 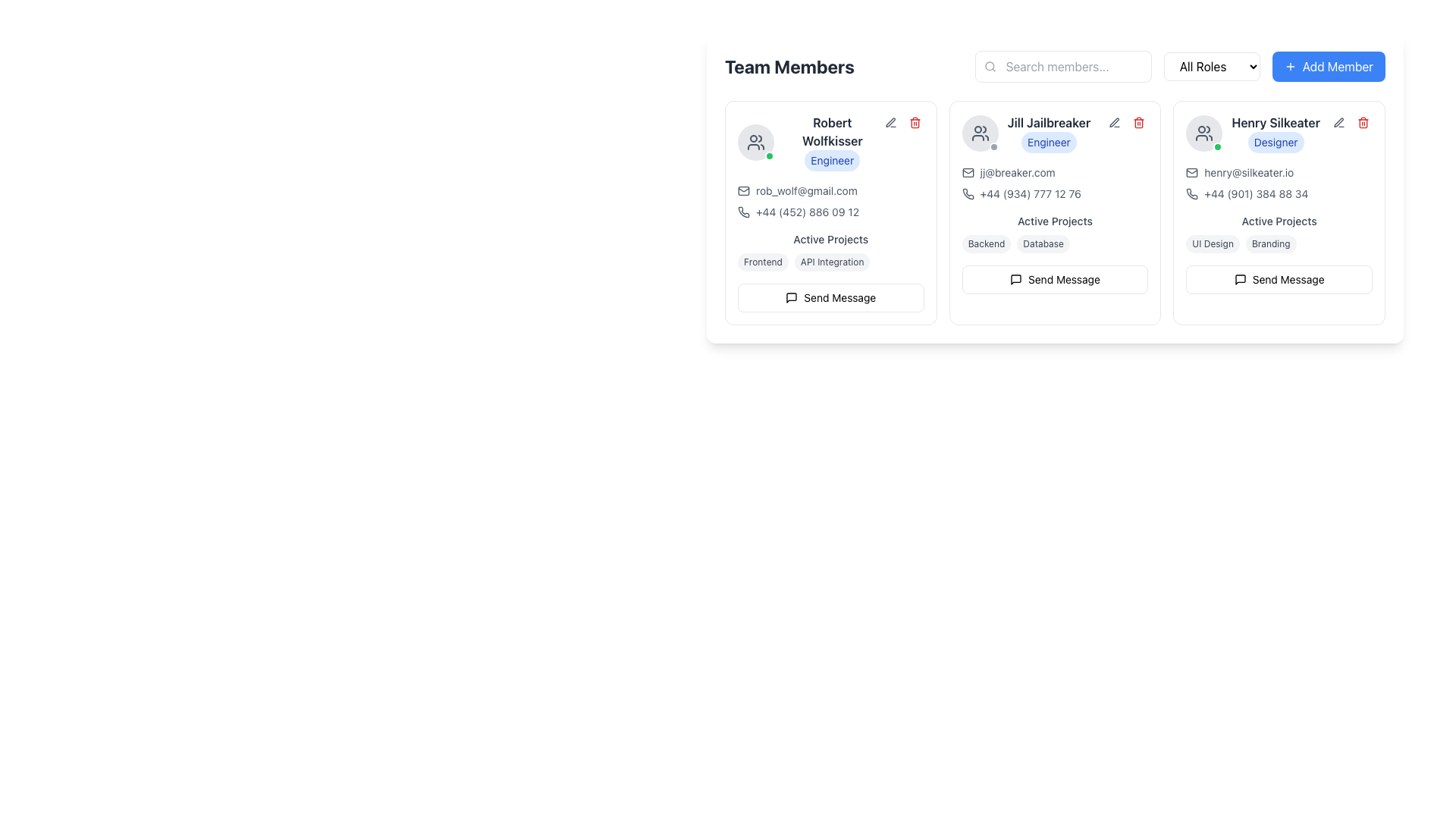 What do you see at coordinates (1218, 146) in the screenshot?
I see `the green circular Status Indicator located at the bottom-right corner of Henry Silkeater's profile image` at bounding box center [1218, 146].